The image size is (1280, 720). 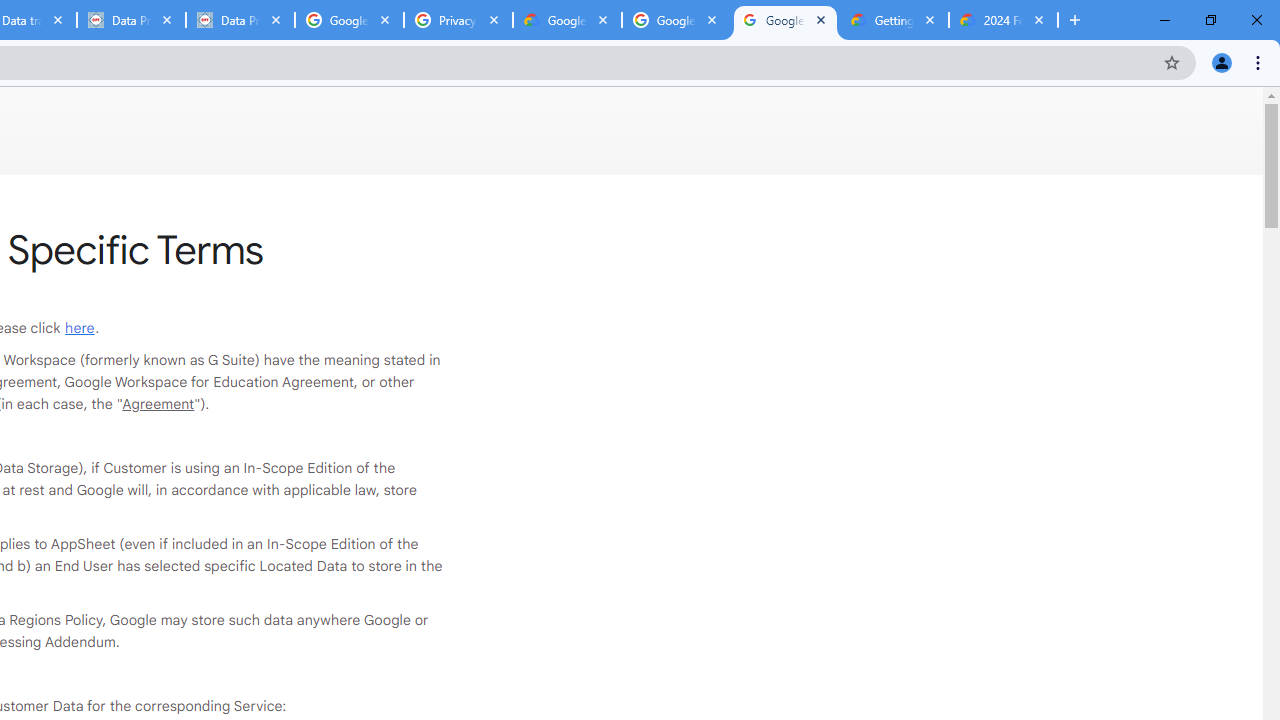 What do you see at coordinates (80, 326) in the screenshot?
I see `'here'` at bounding box center [80, 326].